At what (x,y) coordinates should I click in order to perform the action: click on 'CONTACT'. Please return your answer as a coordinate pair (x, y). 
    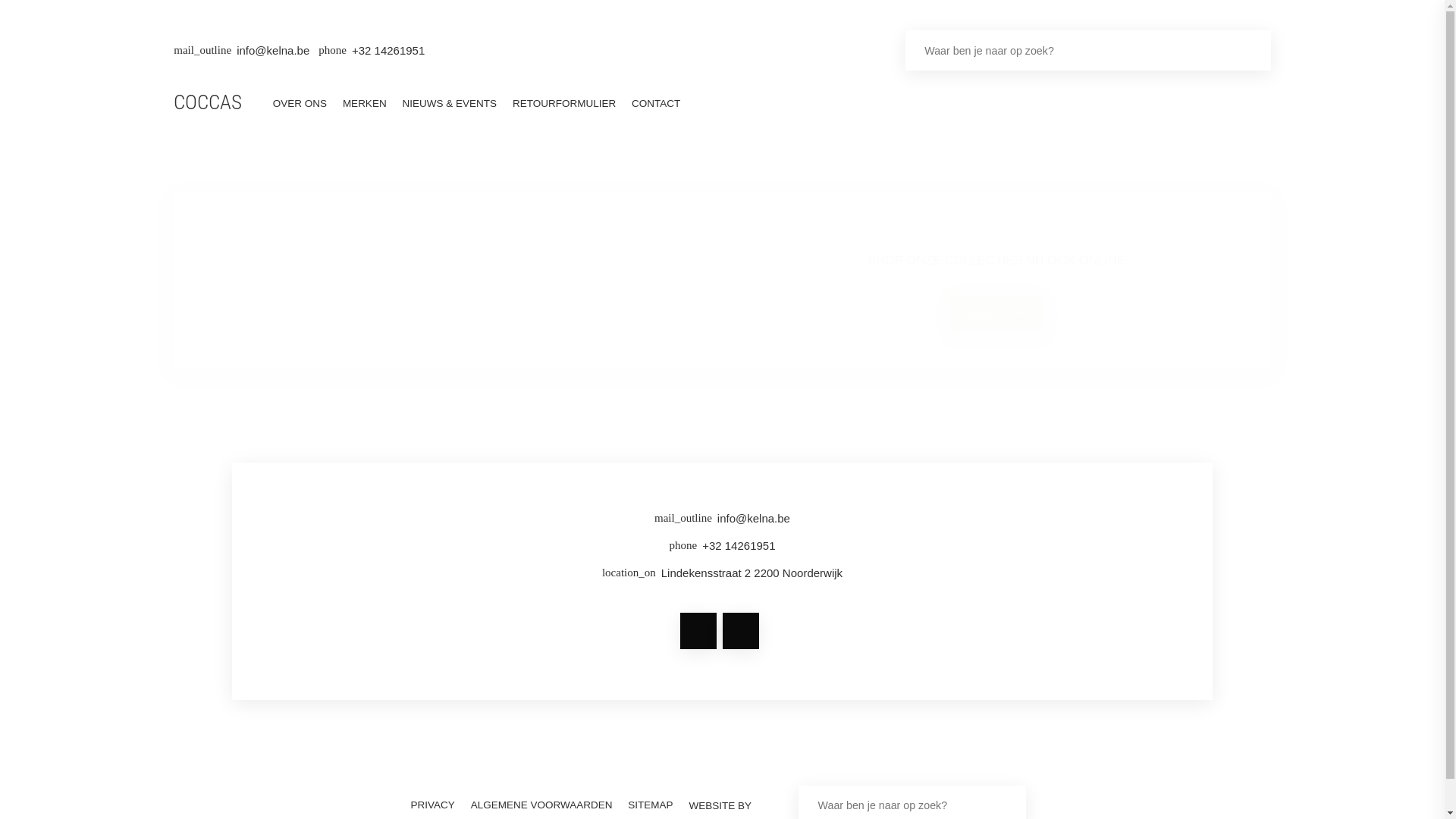
    Looking at the image, I should click on (625, 102).